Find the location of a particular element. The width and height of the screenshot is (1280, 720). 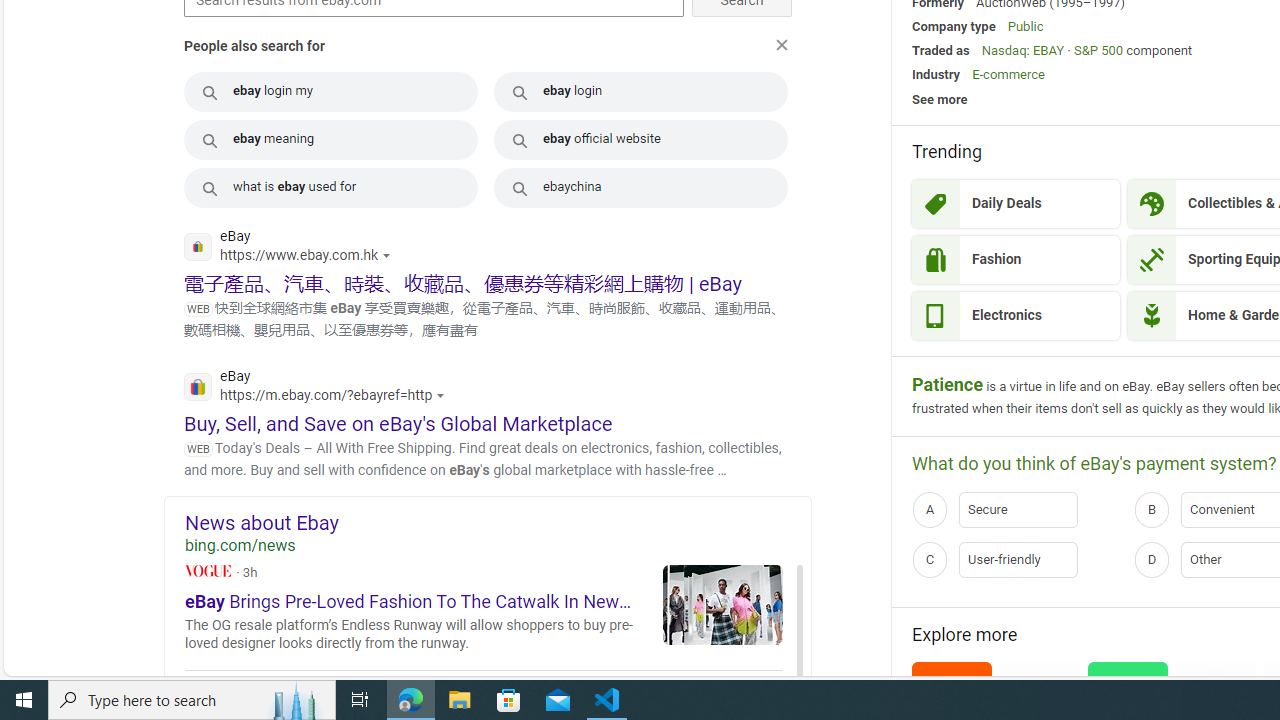

'Global web icon' is located at coordinates (197, 386).